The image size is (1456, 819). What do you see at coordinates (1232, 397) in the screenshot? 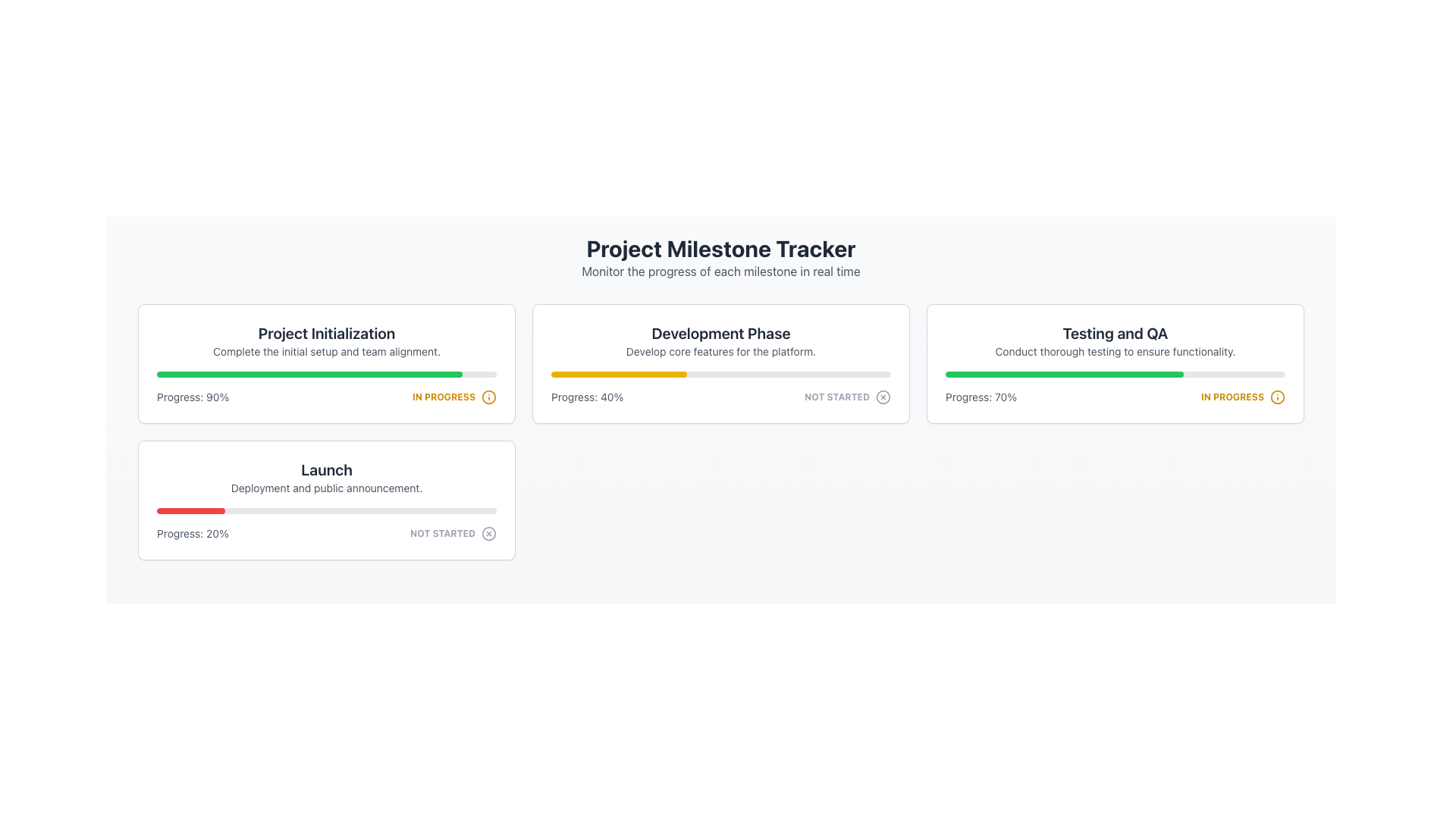
I see `the progress status label in the top-right corner of the 'Testing and QA' milestone card` at bounding box center [1232, 397].